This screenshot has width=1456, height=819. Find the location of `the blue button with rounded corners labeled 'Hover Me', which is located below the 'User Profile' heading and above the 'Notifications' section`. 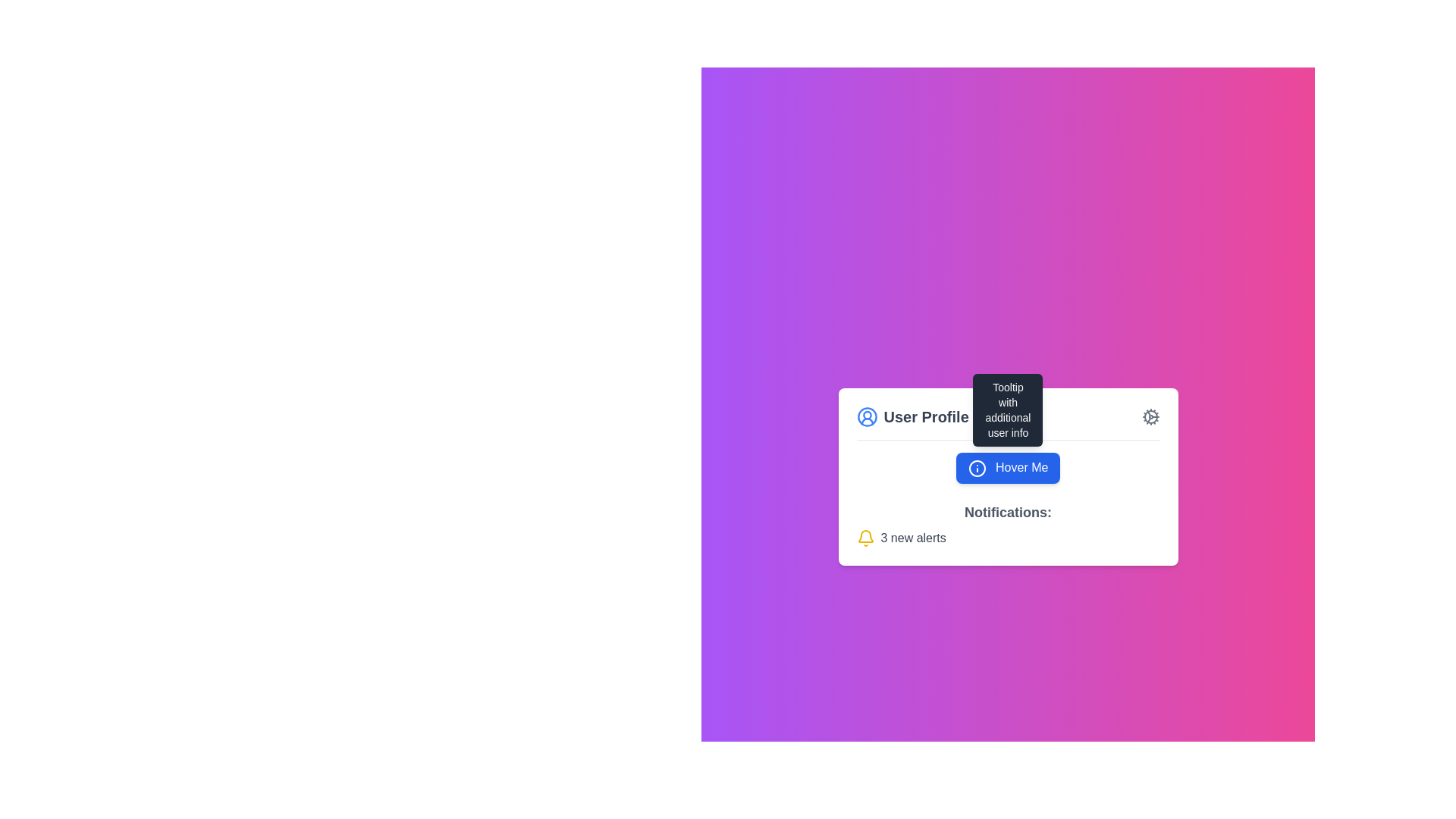

the blue button with rounded corners labeled 'Hover Me', which is located below the 'User Profile' heading and above the 'Notifications' section is located at coordinates (1008, 467).